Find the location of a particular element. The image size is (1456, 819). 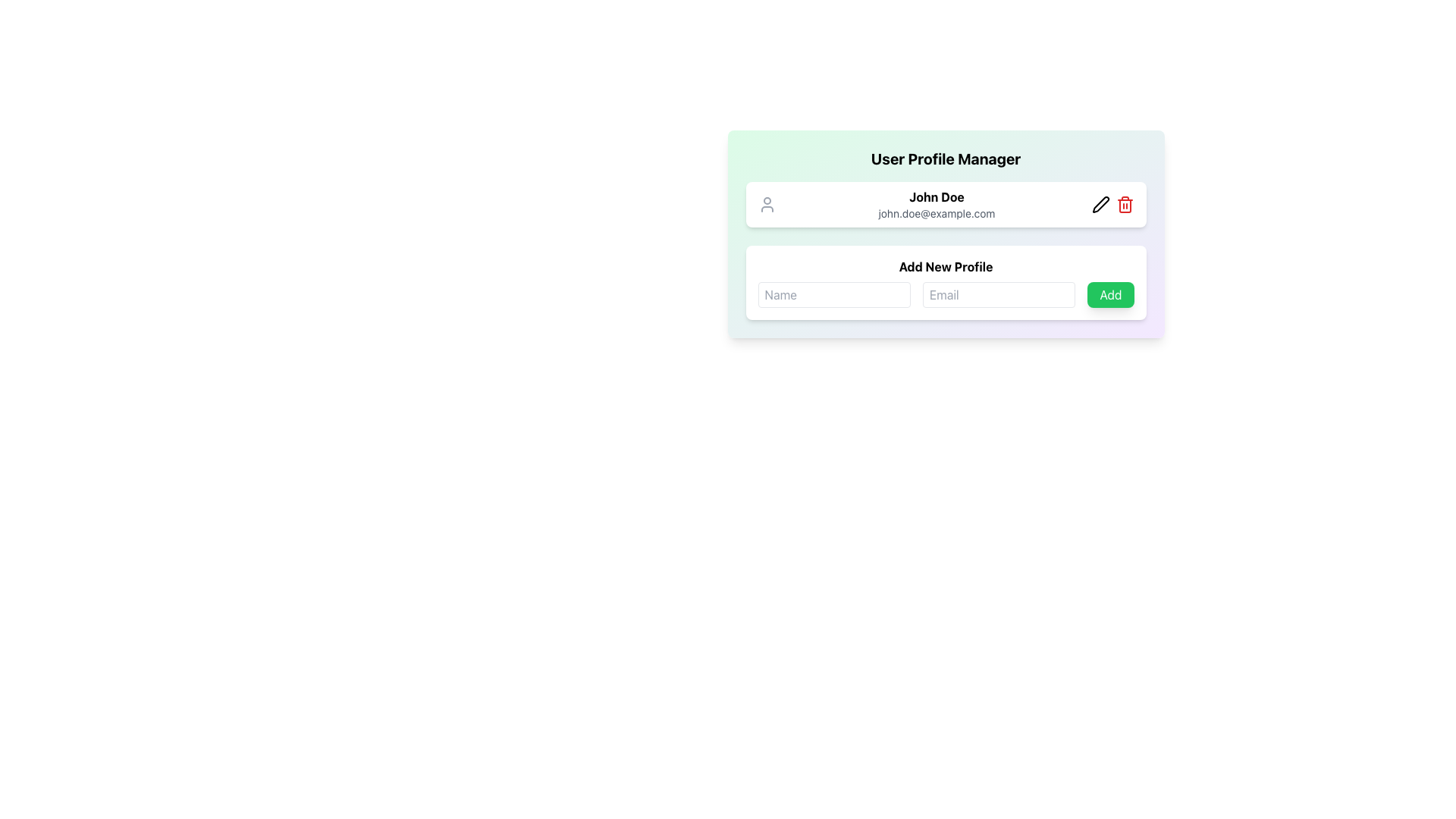

the 'Edit' icon located in the 'User Profile Manager' card, adjacent to John Doe's email address, to initiate editing of the profile is located at coordinates (1100, 205).